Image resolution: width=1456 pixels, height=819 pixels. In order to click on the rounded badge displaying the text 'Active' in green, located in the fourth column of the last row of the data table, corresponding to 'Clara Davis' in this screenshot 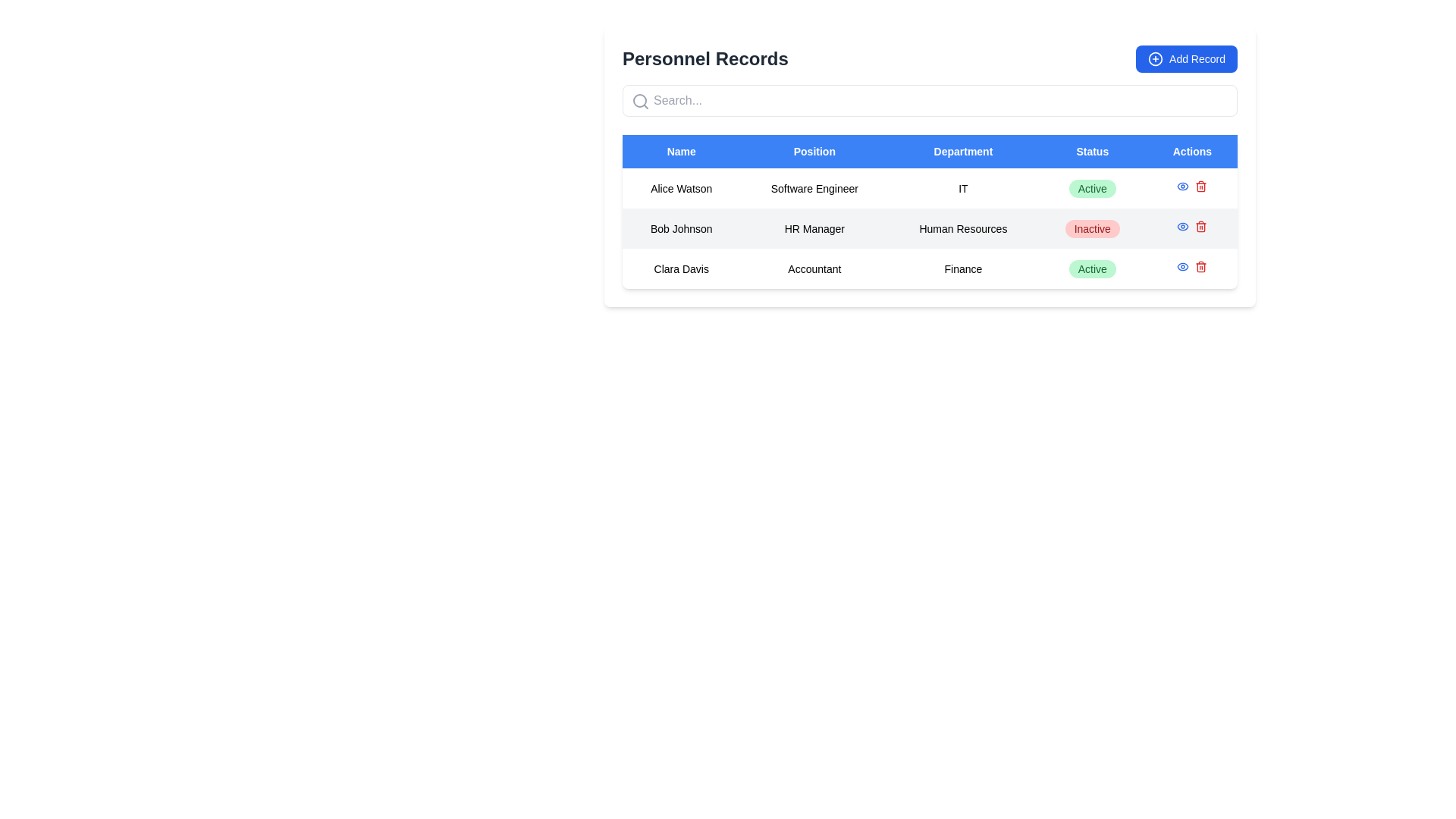, I will do `click(1092, 268)`.